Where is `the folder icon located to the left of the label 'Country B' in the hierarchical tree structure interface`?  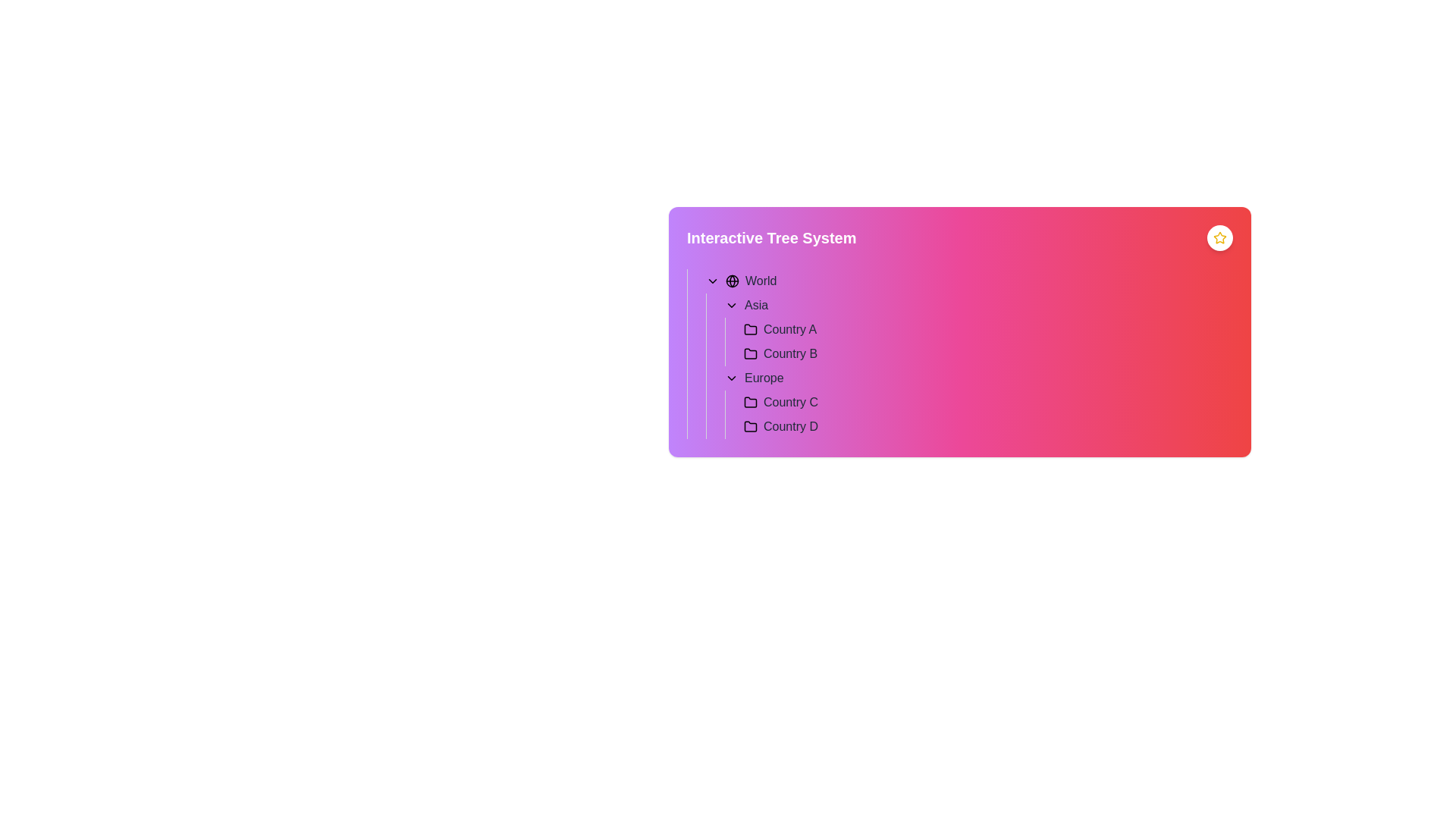
the folder icon located to the left of the label 'Country B' in the hierarchical tree structure interface is located at coordinates (750, 353).